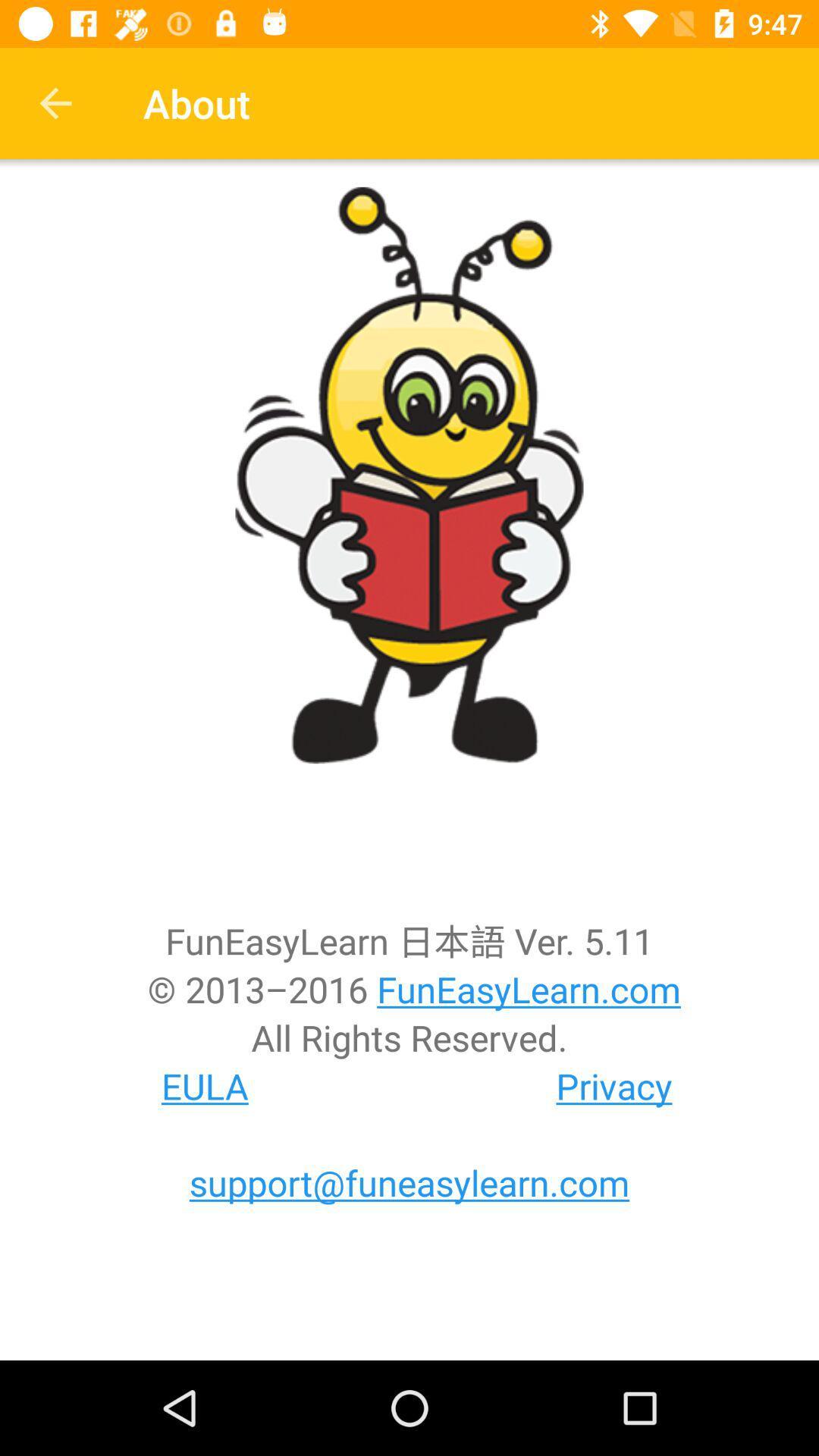 This screenshot has width=819, height=1456. What do you see at coordinates (614, 1085) in the screenshot?
I see `the icon to the right of eula` at bounding box center [614, 1085].